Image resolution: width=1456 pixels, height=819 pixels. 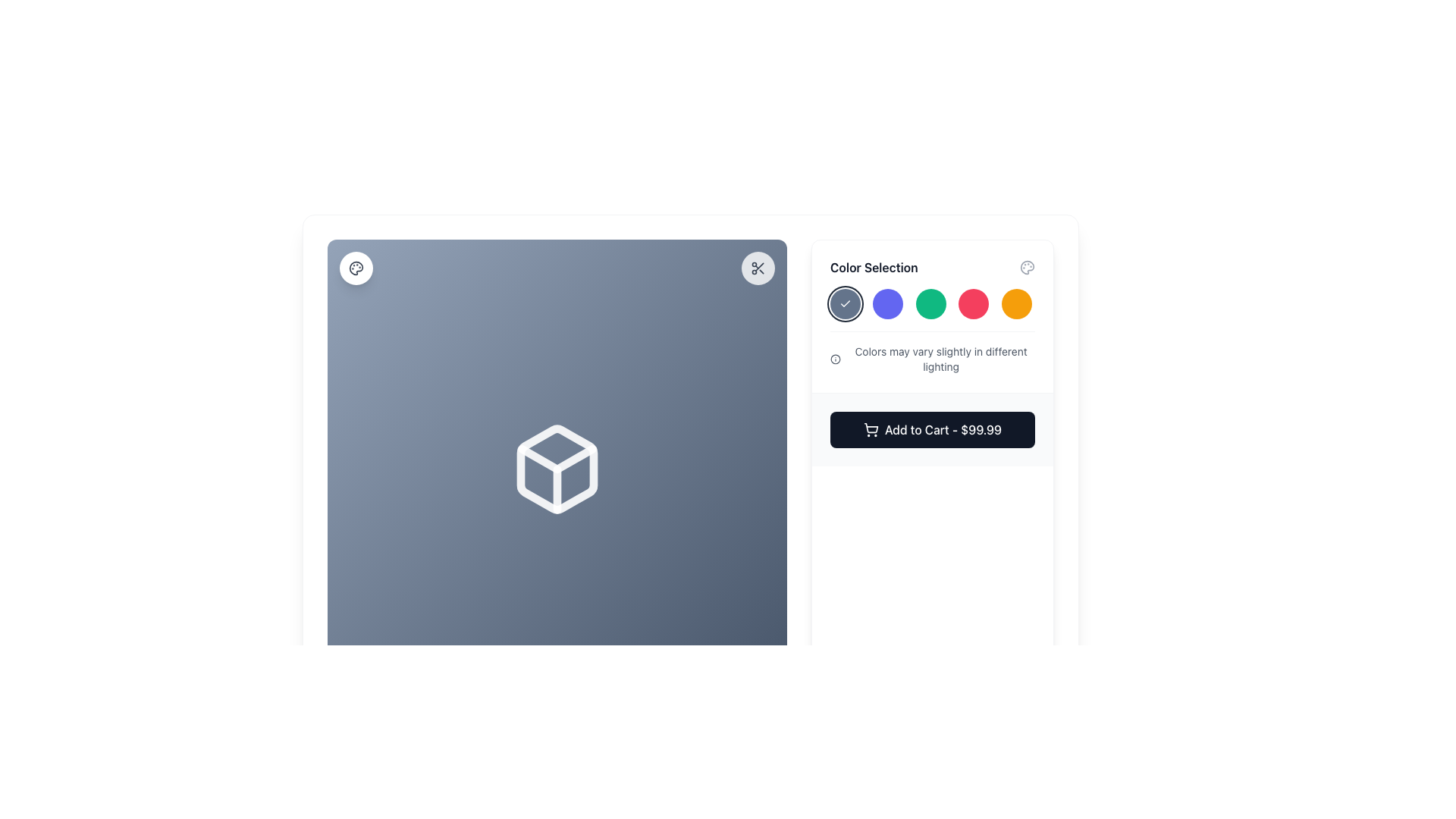 I want to click on the 'Add to Cart - $99.99' button with a dark background and shopping cart icon, so click(x=931, y=429).